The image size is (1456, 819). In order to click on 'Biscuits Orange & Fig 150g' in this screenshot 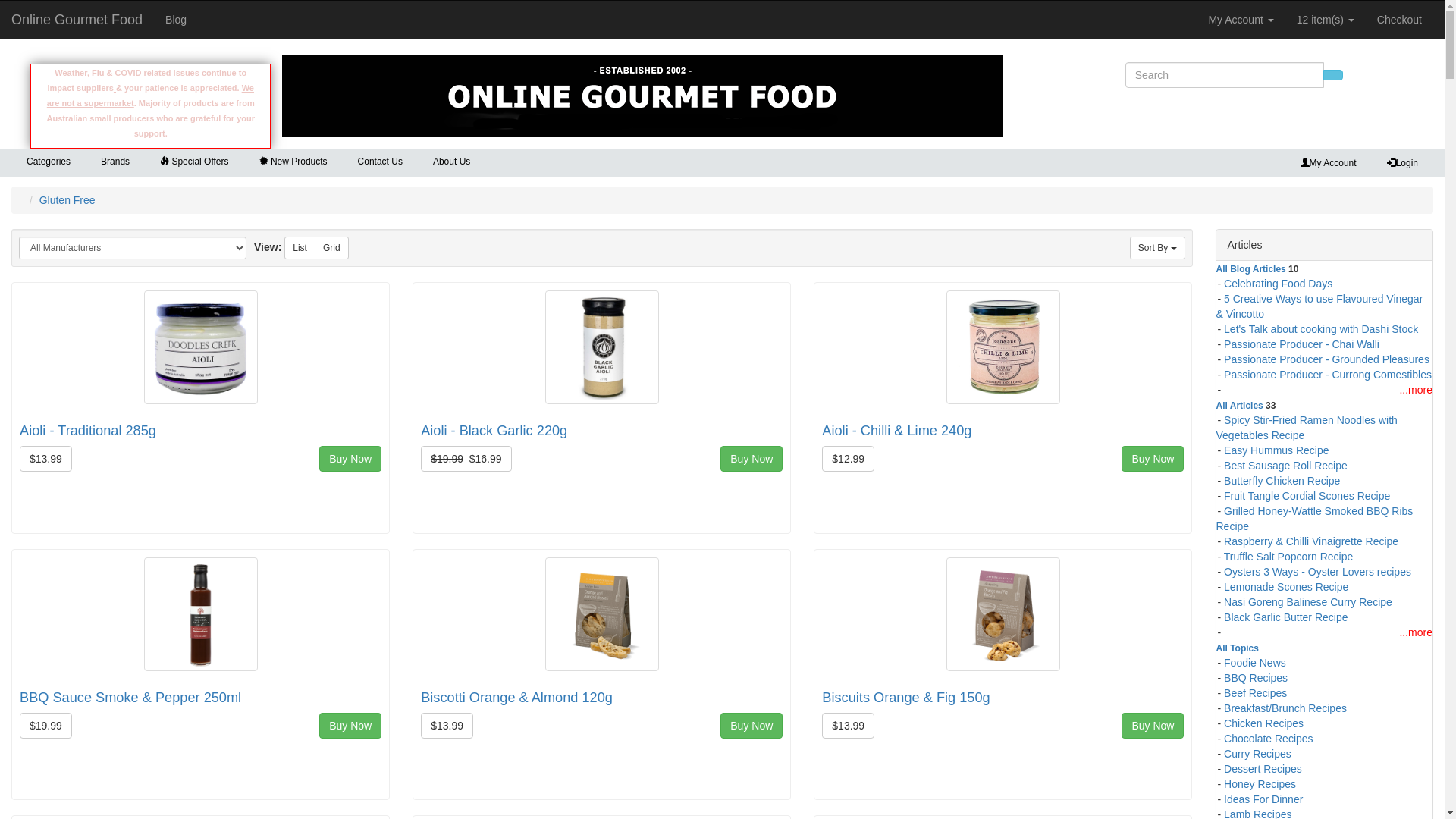, I will do `click(905, 698)`.